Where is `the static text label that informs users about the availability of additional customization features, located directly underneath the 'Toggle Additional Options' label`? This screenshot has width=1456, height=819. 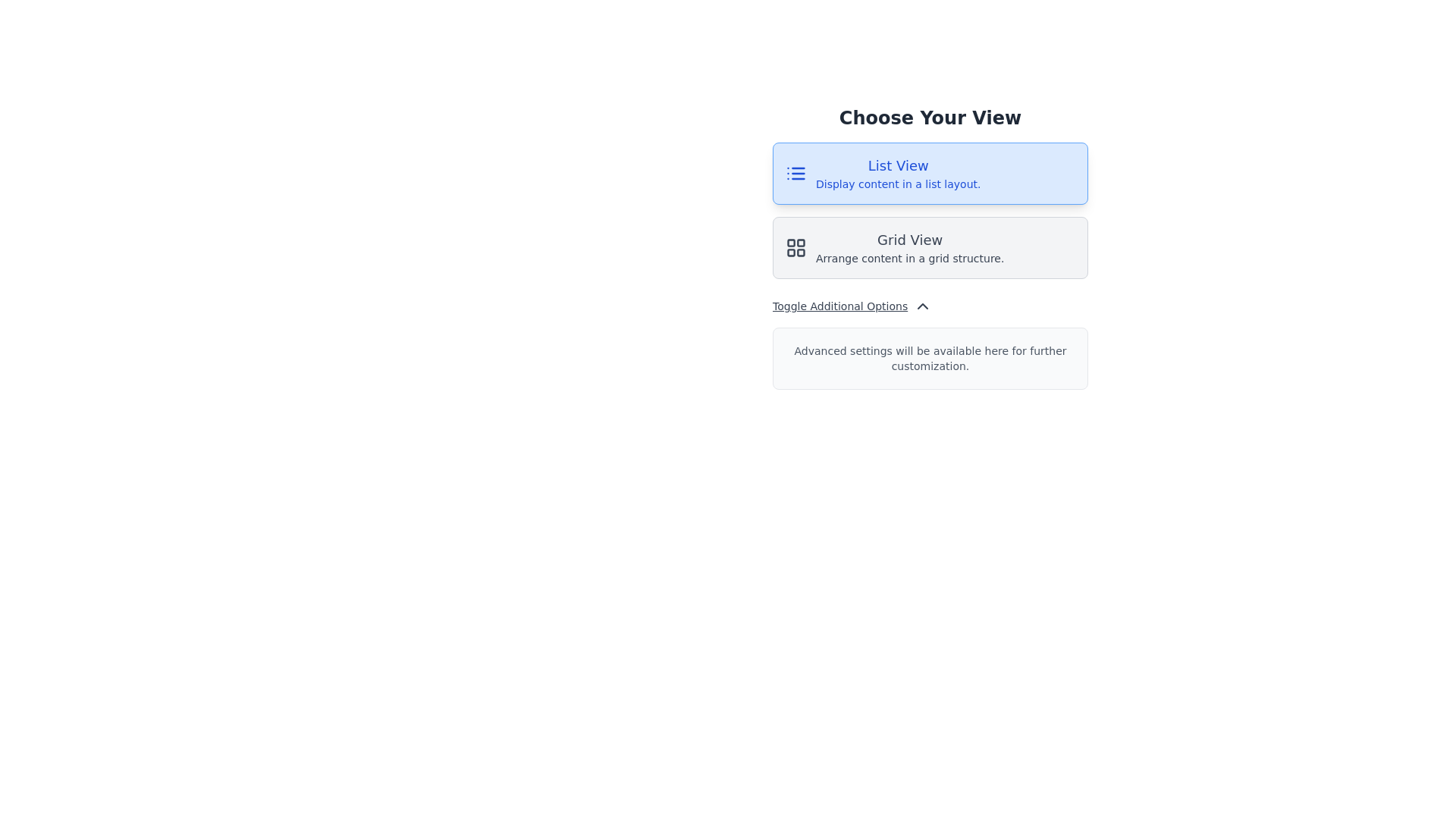
the static text label that informs users about the availability of additional customization features, located directly underneath the 'Toggle Additional Options' label is located at coordinates (930, 359).